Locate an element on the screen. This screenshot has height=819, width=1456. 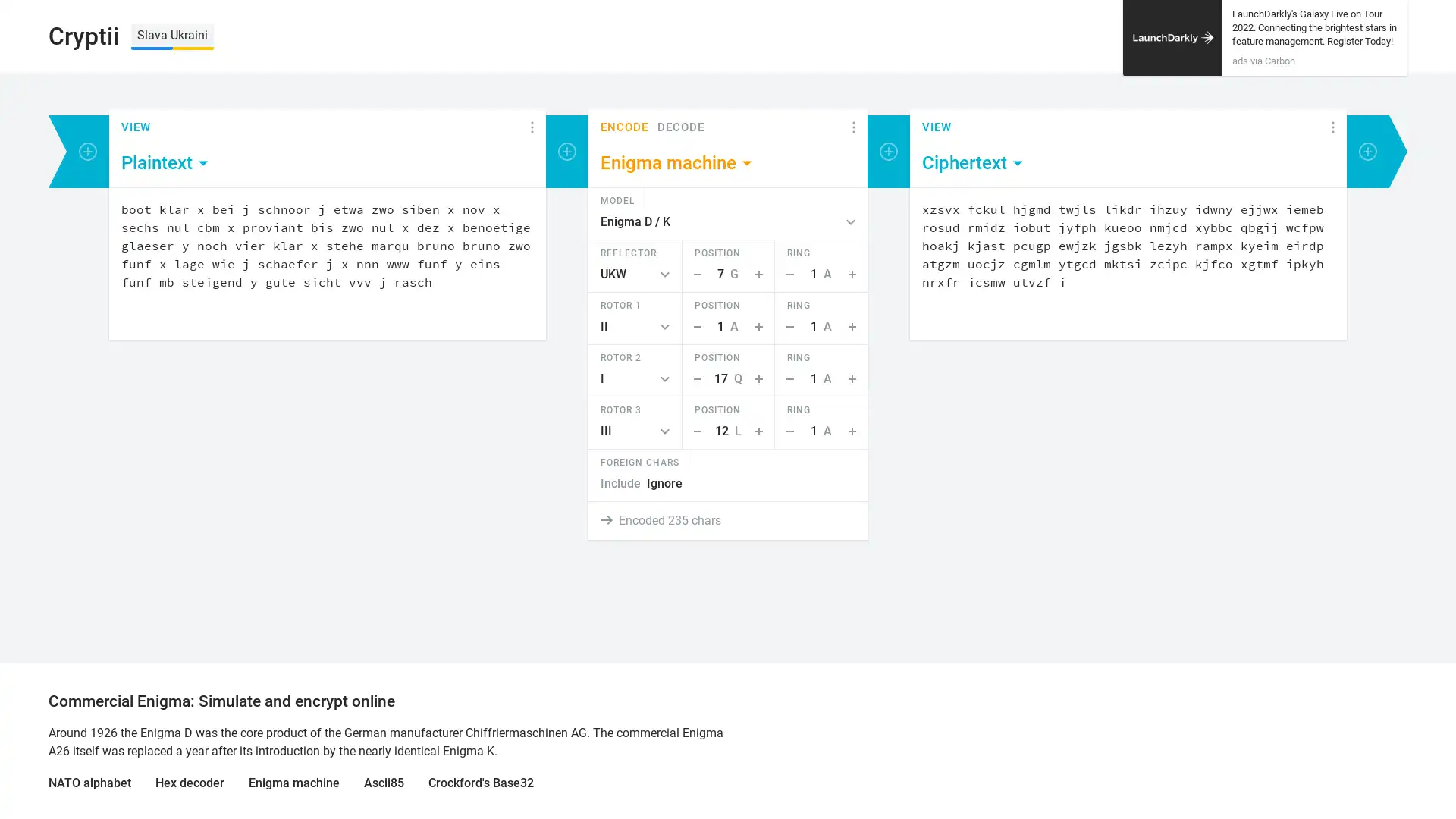
Step Up is located at coordinates (855, 326).